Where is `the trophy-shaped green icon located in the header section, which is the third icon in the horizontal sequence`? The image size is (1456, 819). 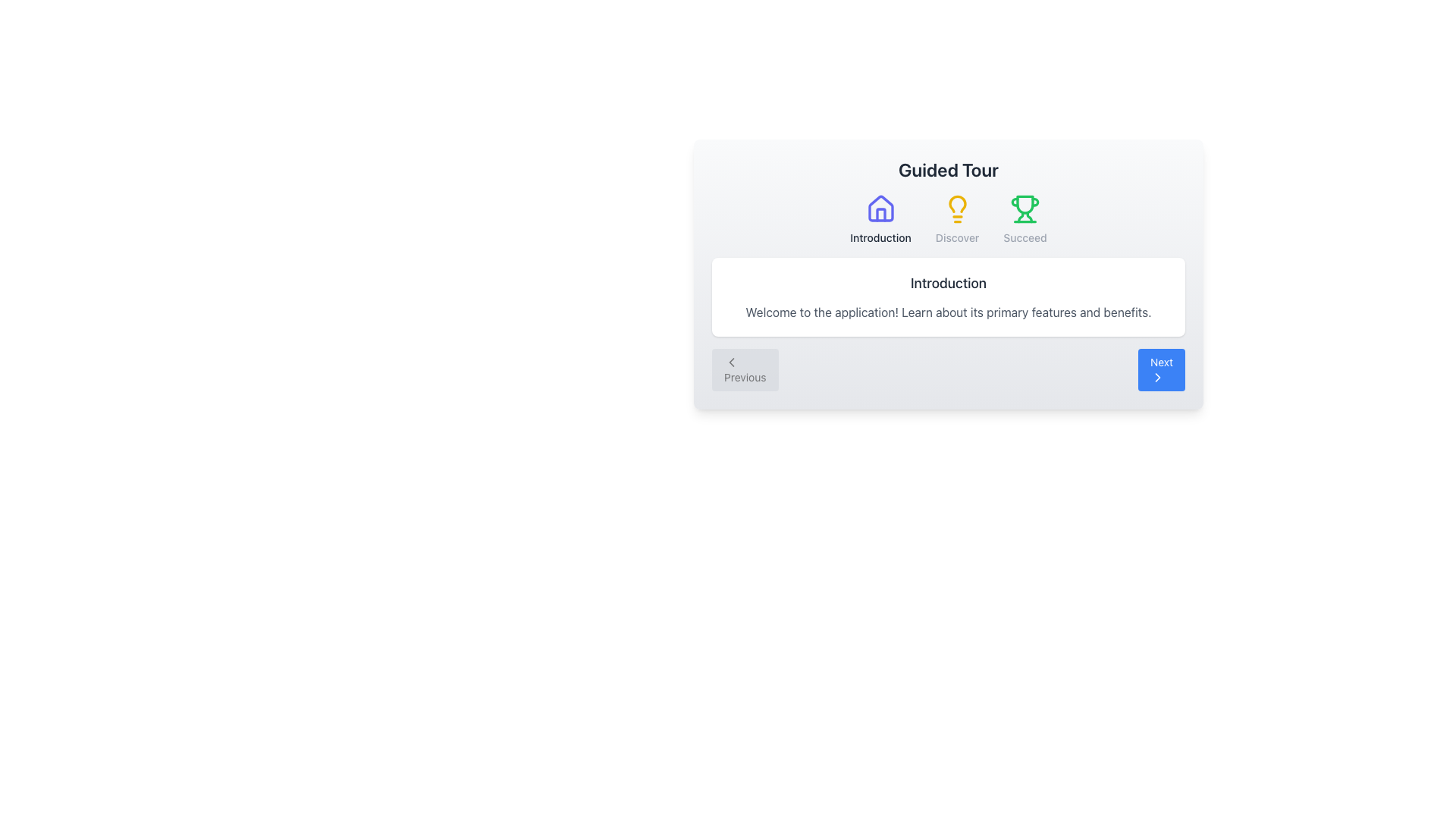 the trophy-shaped green icon located in the header section, which is the third icon in the horizontal sequence is located at coordinates (1025, 205).